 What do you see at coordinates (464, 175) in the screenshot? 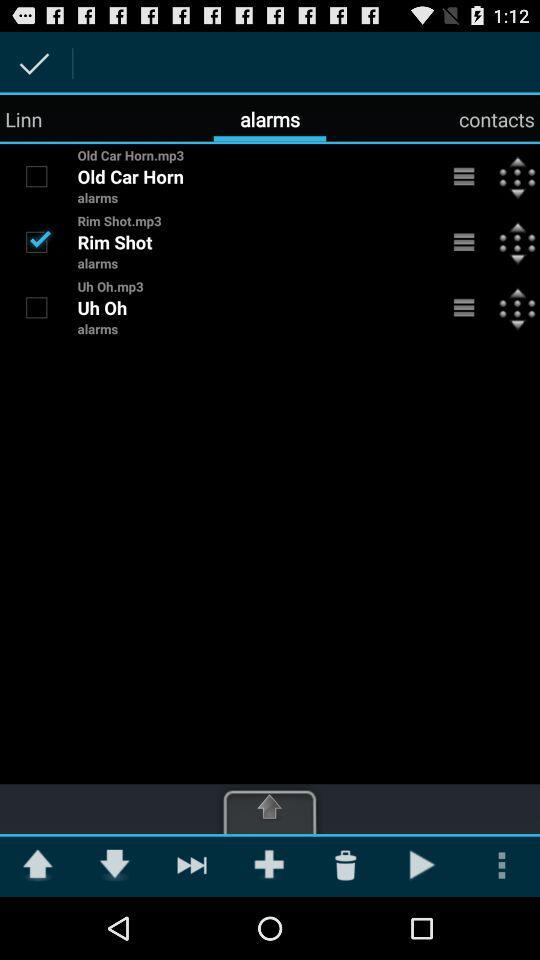
I see `more options` at bounding box center [464, 175].